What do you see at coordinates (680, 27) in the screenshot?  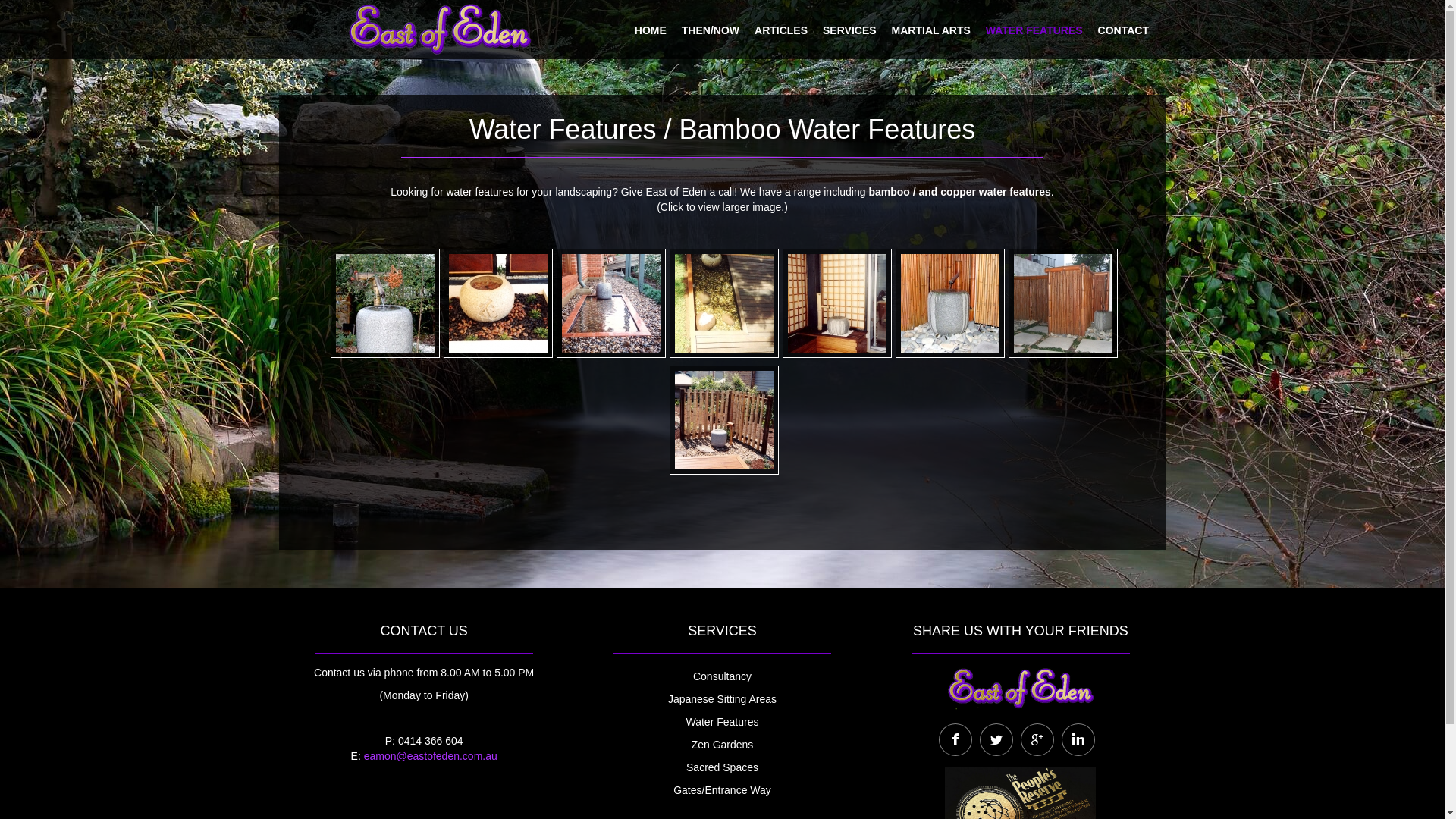 I see `'THEN/NOW'` at bounding box center [680, 27].